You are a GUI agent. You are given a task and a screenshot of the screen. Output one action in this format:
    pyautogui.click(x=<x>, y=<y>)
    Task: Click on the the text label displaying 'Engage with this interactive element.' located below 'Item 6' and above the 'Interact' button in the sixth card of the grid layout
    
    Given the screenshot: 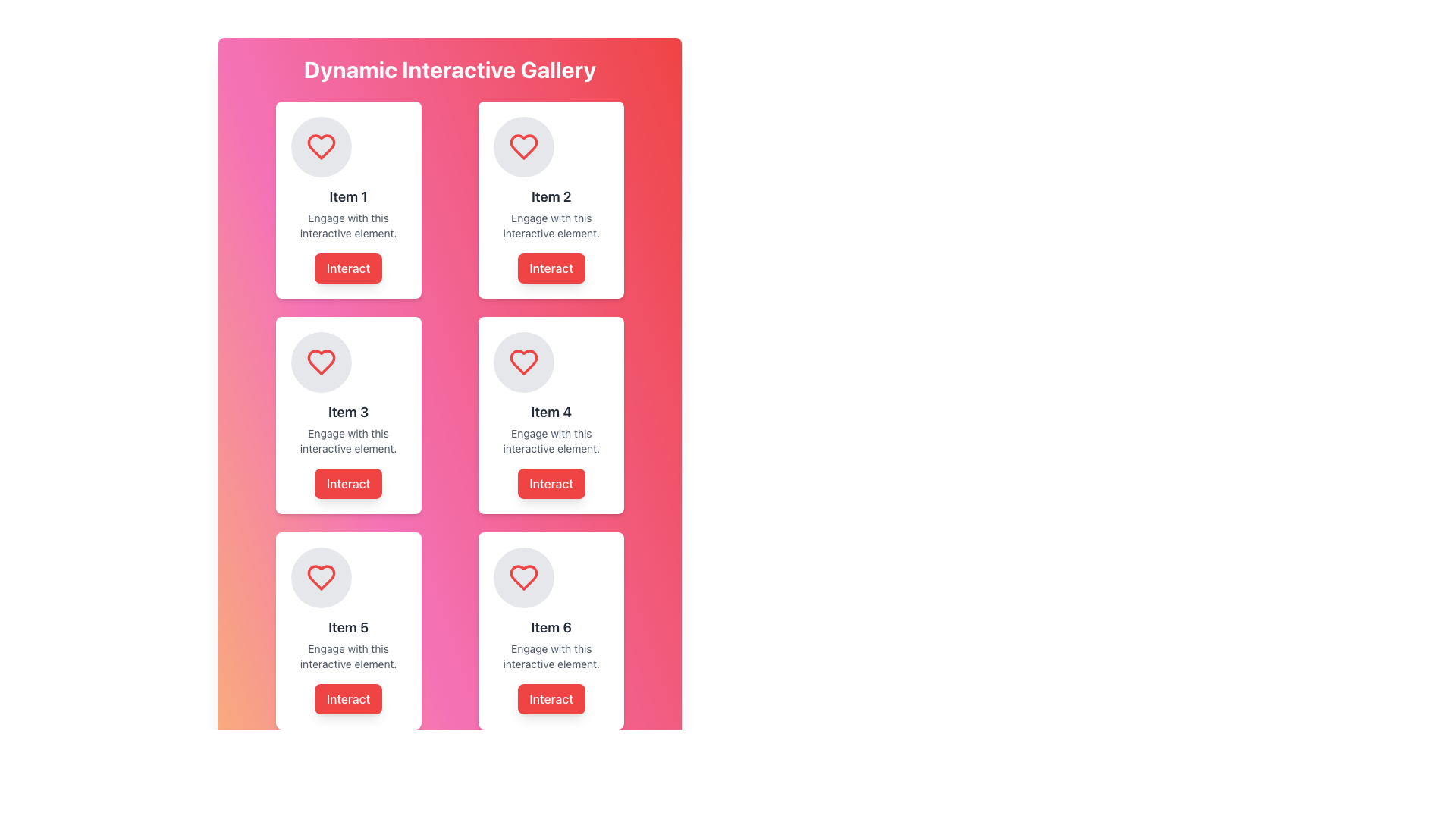 What is the action you would take?
    pyautogui.click(x=551, y=656)
    